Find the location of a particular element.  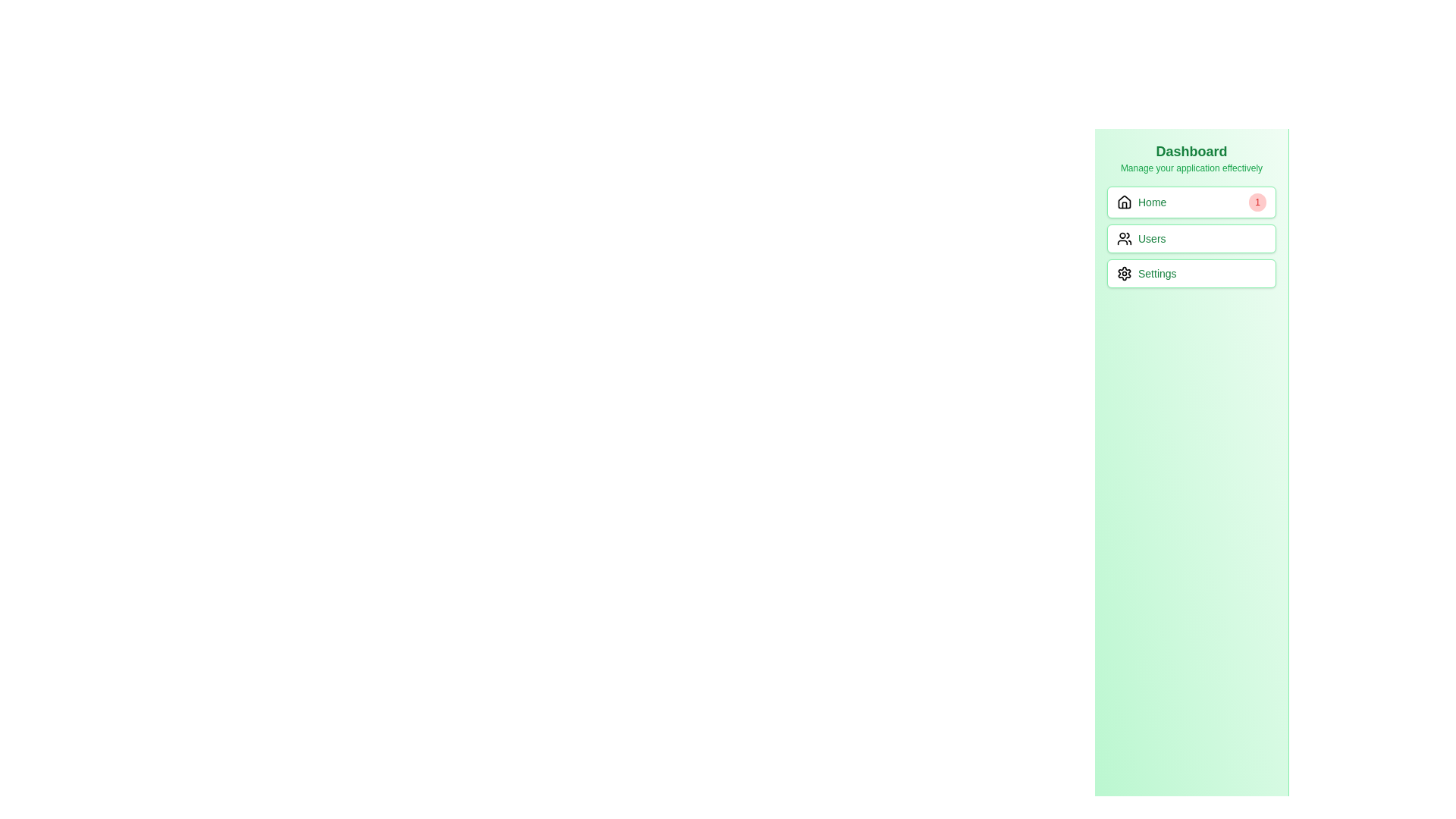

the 'Dashboard' header in the sidebar, which is styled in bold and larger green font, serving as a descriptive header for the section is located at coordinates (1191, 158).